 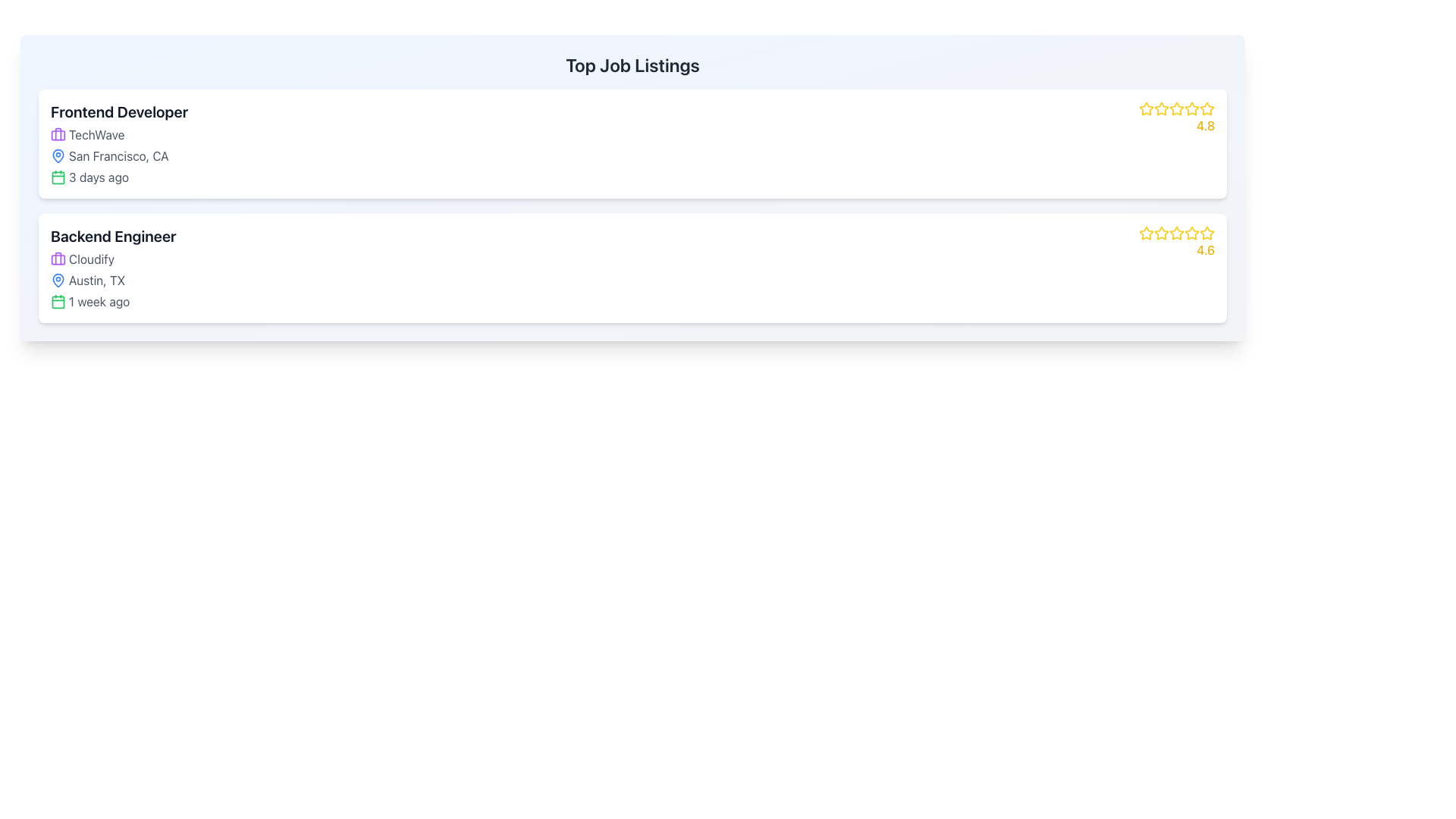 What do you see at coordinates (1146, 107) in the screenshot?
I see `the first yellow star icon` at bounding box center [1146, 107].